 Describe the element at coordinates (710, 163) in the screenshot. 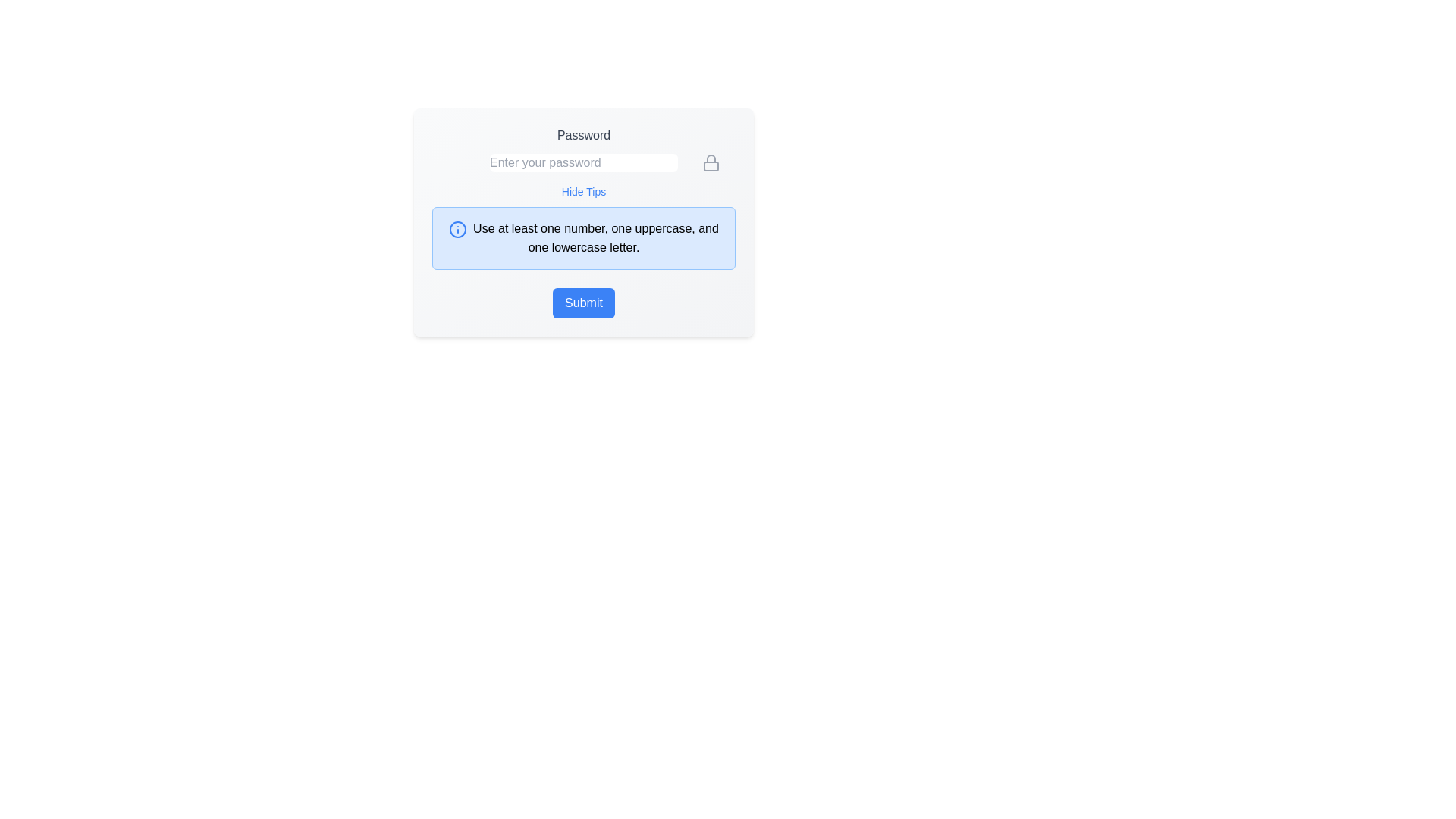

I see `the lock icon, which represents security and is located at the extreme right end of the password input field` at that location.